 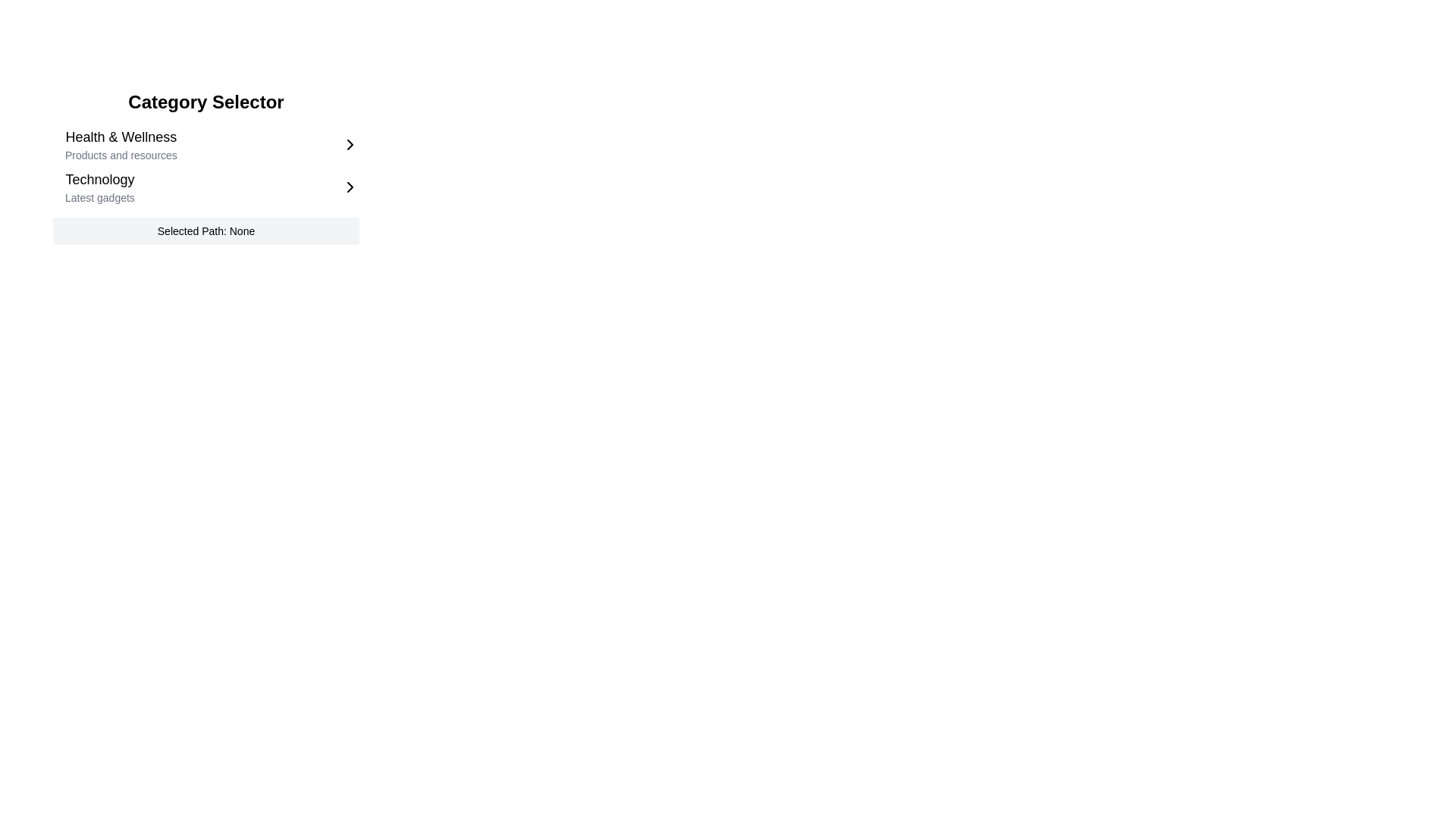 What do you see at coordinates (206, 145) in the screenshot?
I see `the 'Health & Wellness' category selector list item to navigate through keyboard interactions` at bounding box center [206, 145].